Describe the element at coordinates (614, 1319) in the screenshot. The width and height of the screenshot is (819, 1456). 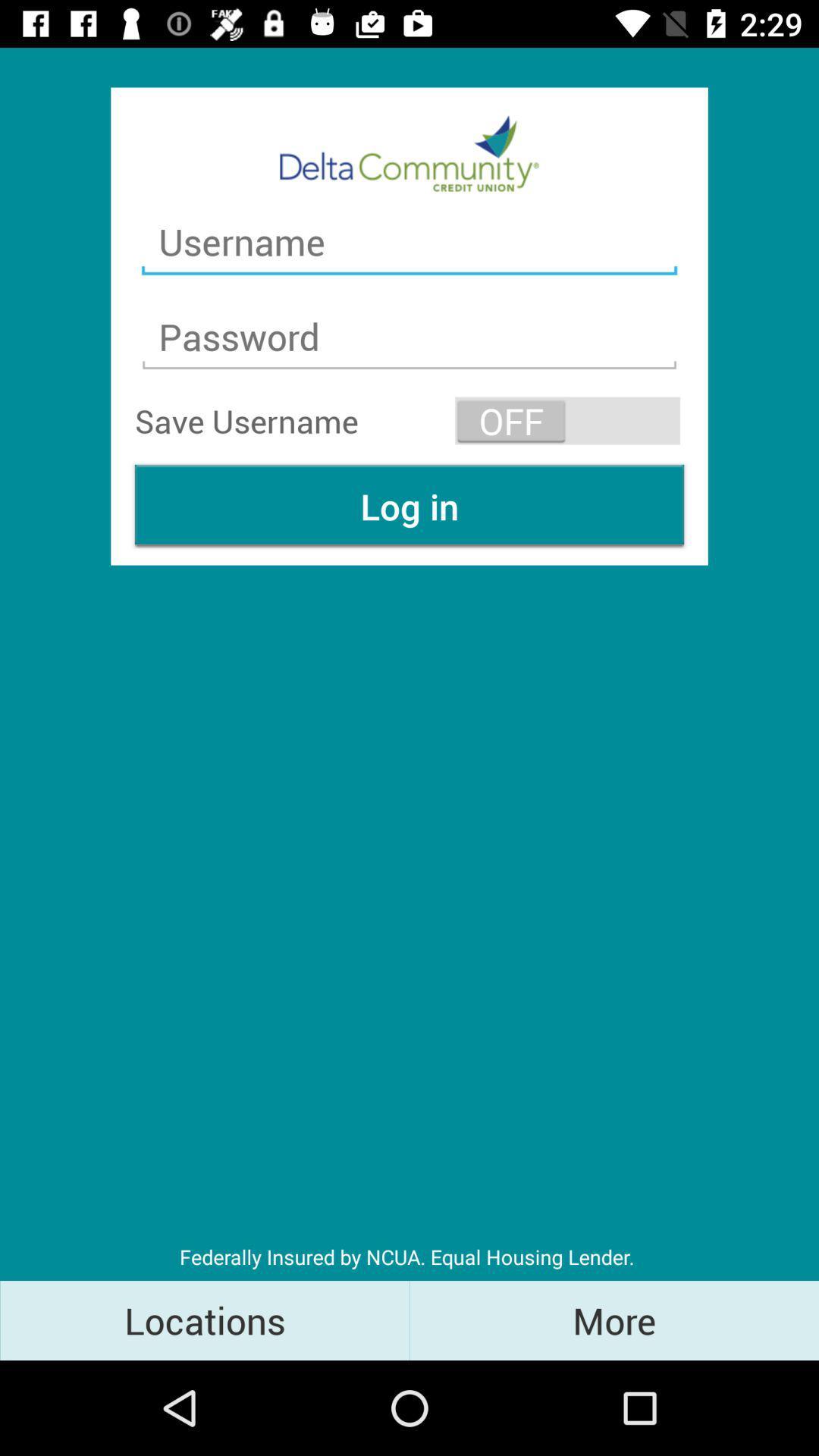
I see `item next to locations` at that location.